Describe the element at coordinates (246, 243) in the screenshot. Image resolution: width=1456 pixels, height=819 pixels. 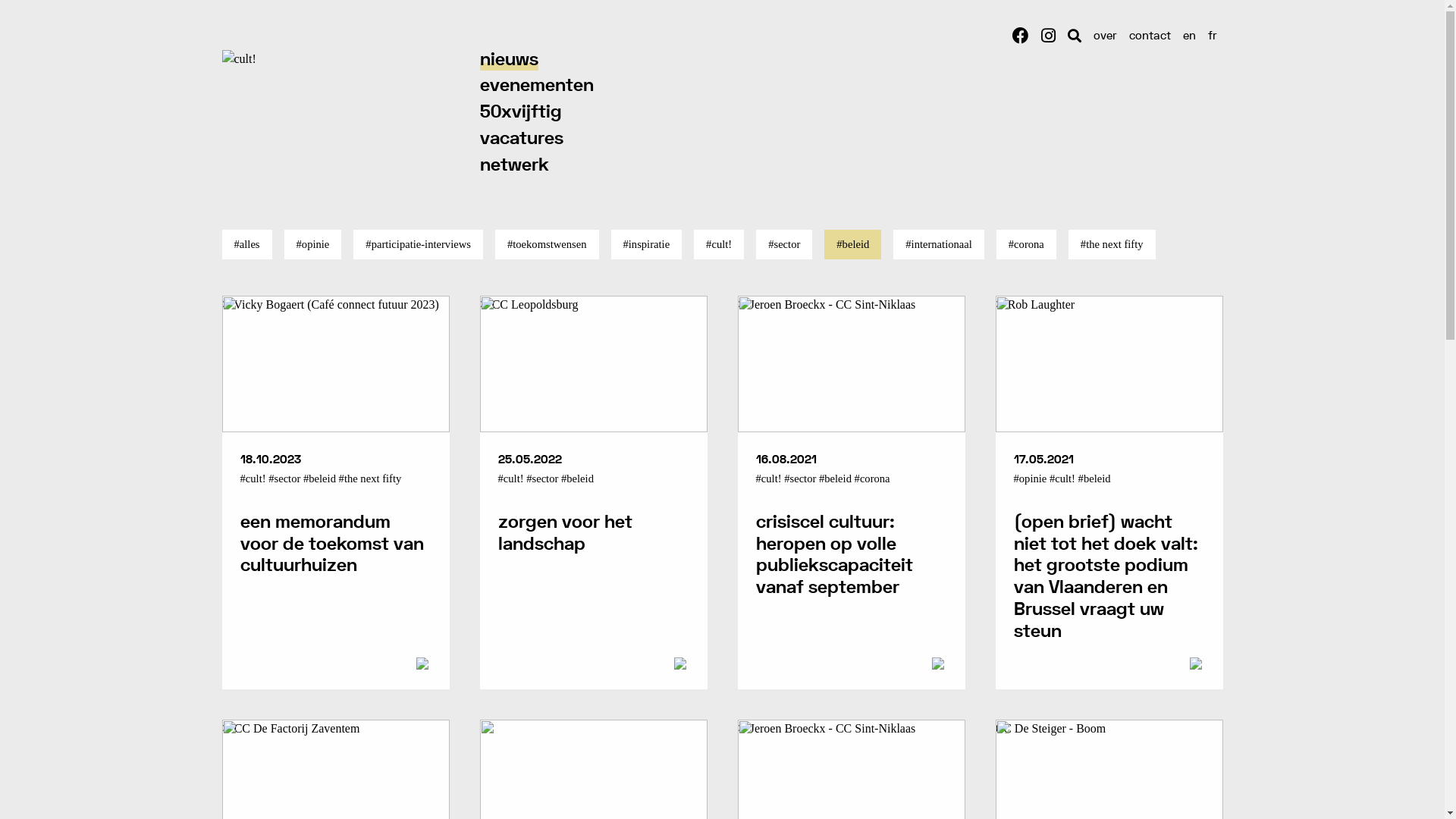
I see `'#alles'` at that location.